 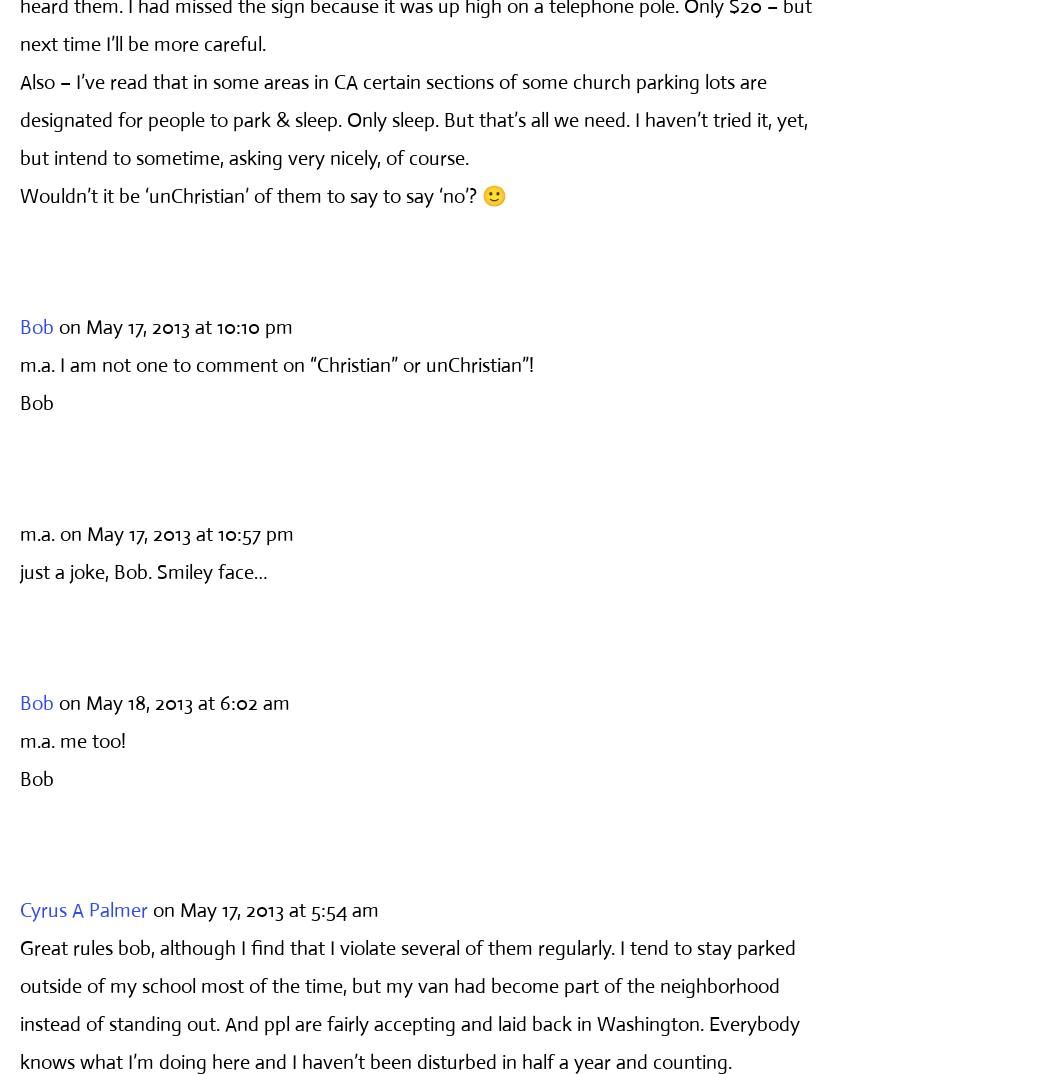 What do you see at coordinates (37, 533) in the screenshot?
I see `'m.a.'` at bounding box center [37, 533].